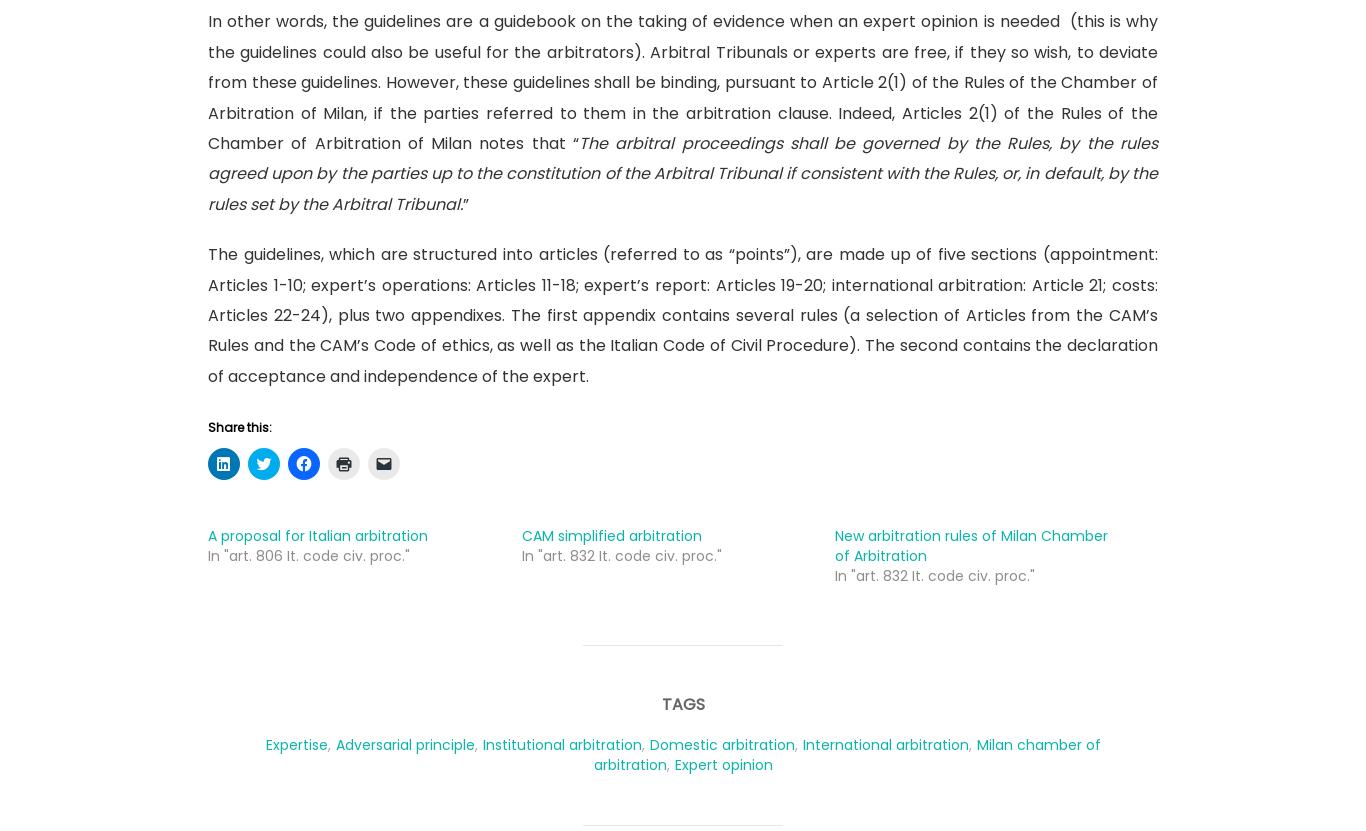 This screenshot has width=1366, height=831. What do you see at coordinates (296, 743) in the screenshot?
I see `'Expertise'` at bounding box center [296, 743].